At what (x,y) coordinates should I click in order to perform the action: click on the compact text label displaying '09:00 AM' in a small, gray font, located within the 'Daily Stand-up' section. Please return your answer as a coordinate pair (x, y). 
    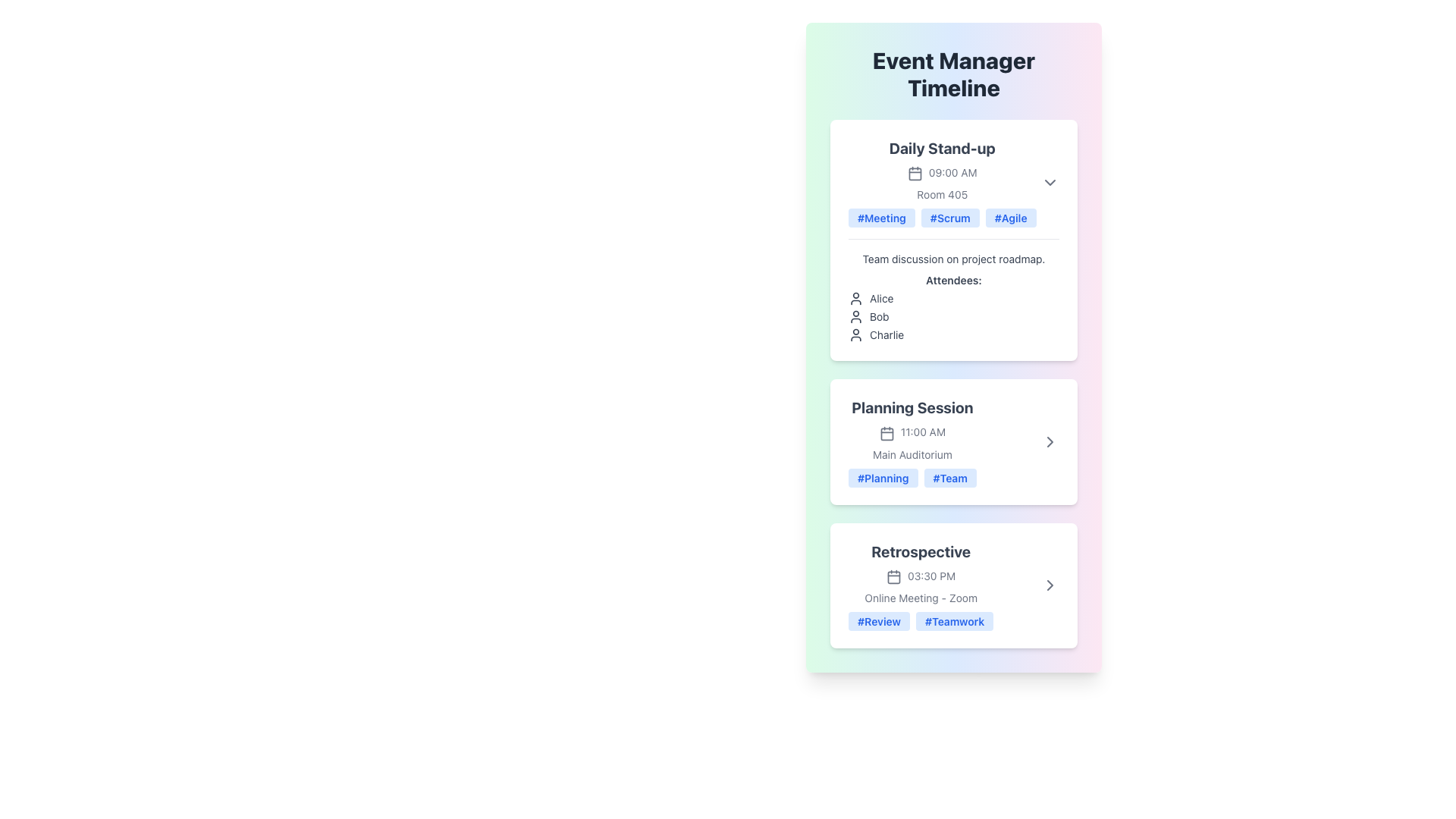
    Looking at the image, I should click on (941, 172).